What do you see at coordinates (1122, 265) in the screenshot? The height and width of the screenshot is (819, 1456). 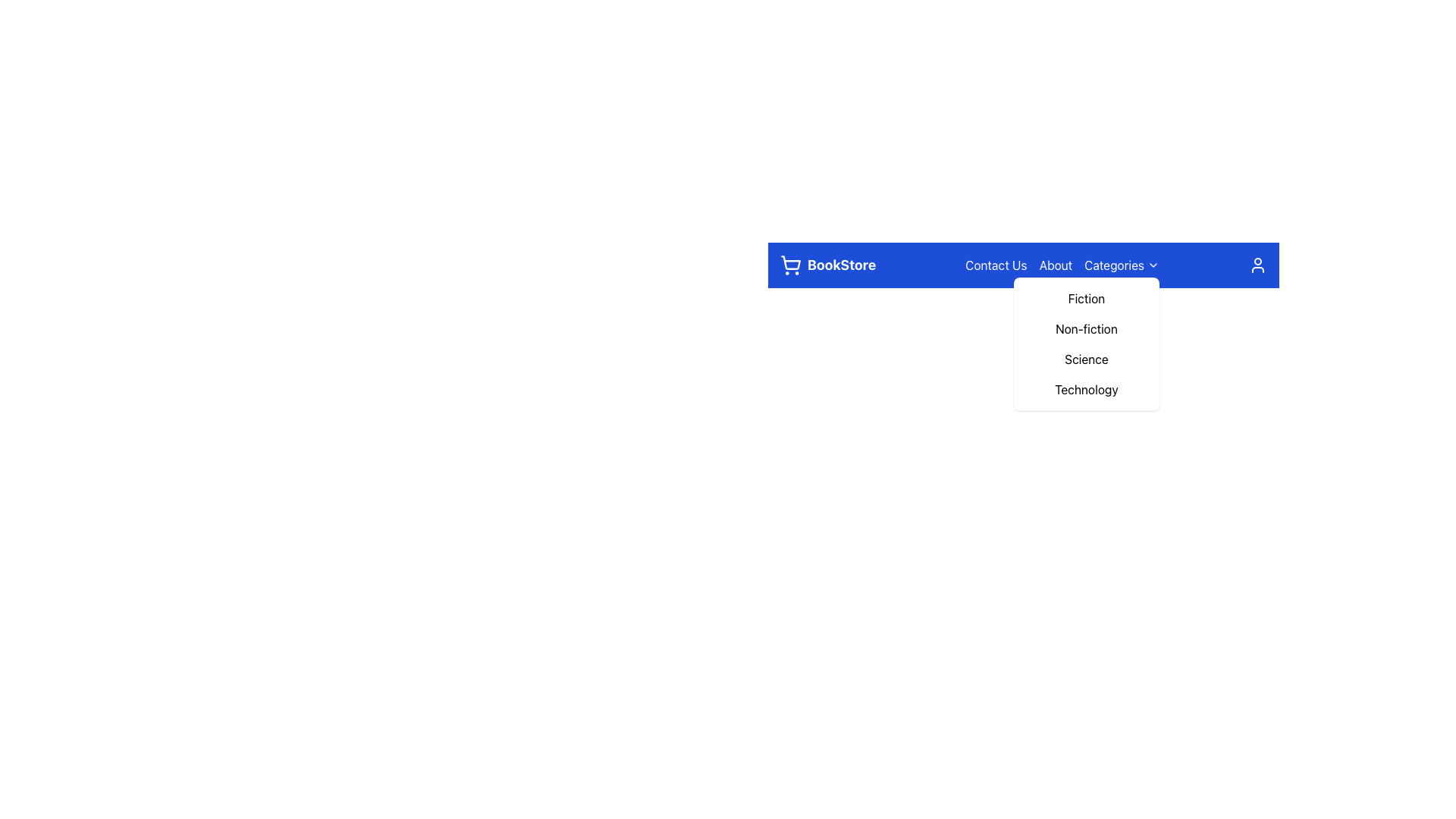 I see `the dropdown menu located on the blue navigation bar towards the right, adjacent to the 'About' menu option` at bounding box center [1122, 265].